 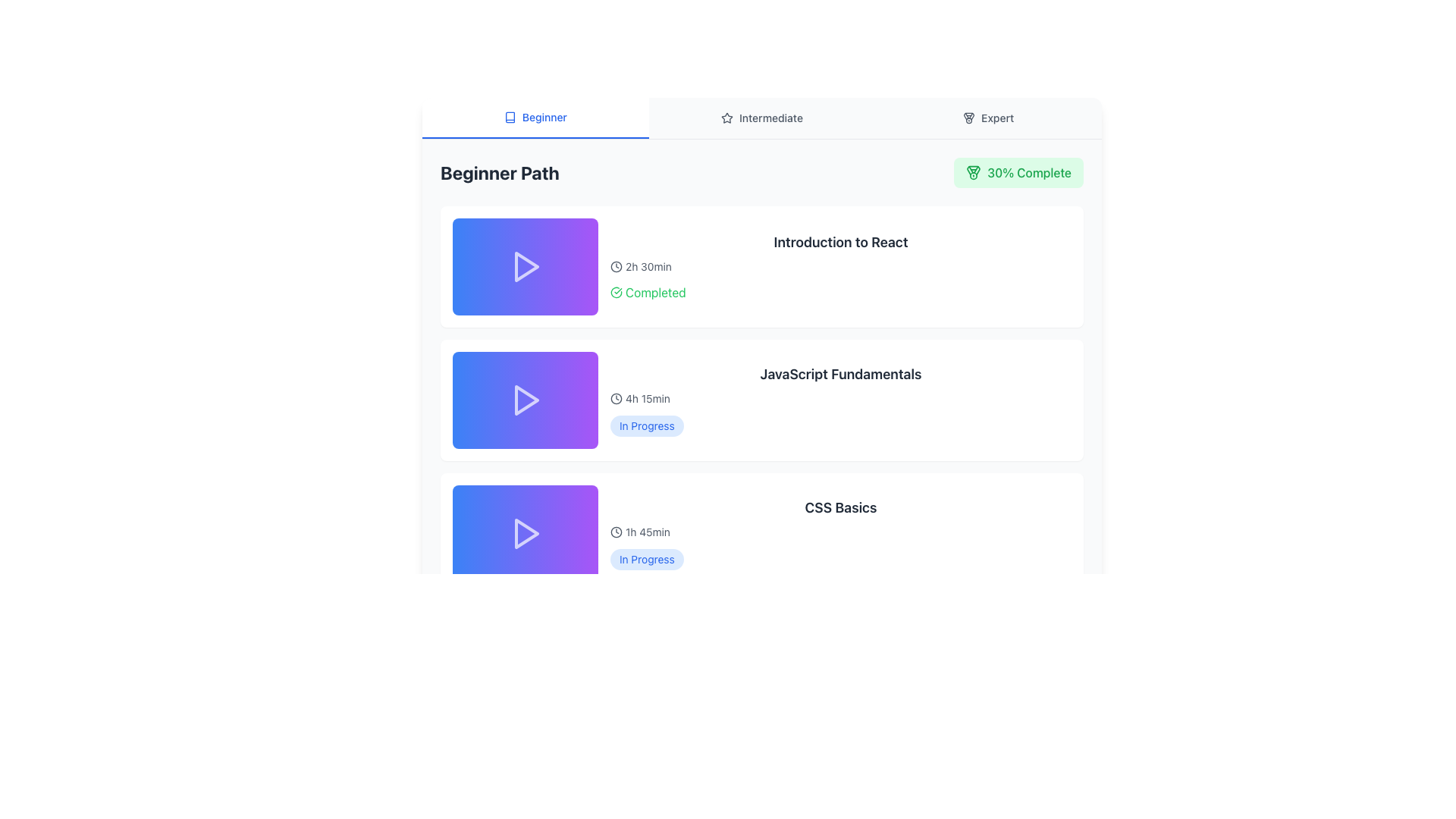 I want to click on course title from the Course Selector Card that displays 'JavaScript Fundamentals', which is the second card in the list of courses, so click(x=761, y=400).